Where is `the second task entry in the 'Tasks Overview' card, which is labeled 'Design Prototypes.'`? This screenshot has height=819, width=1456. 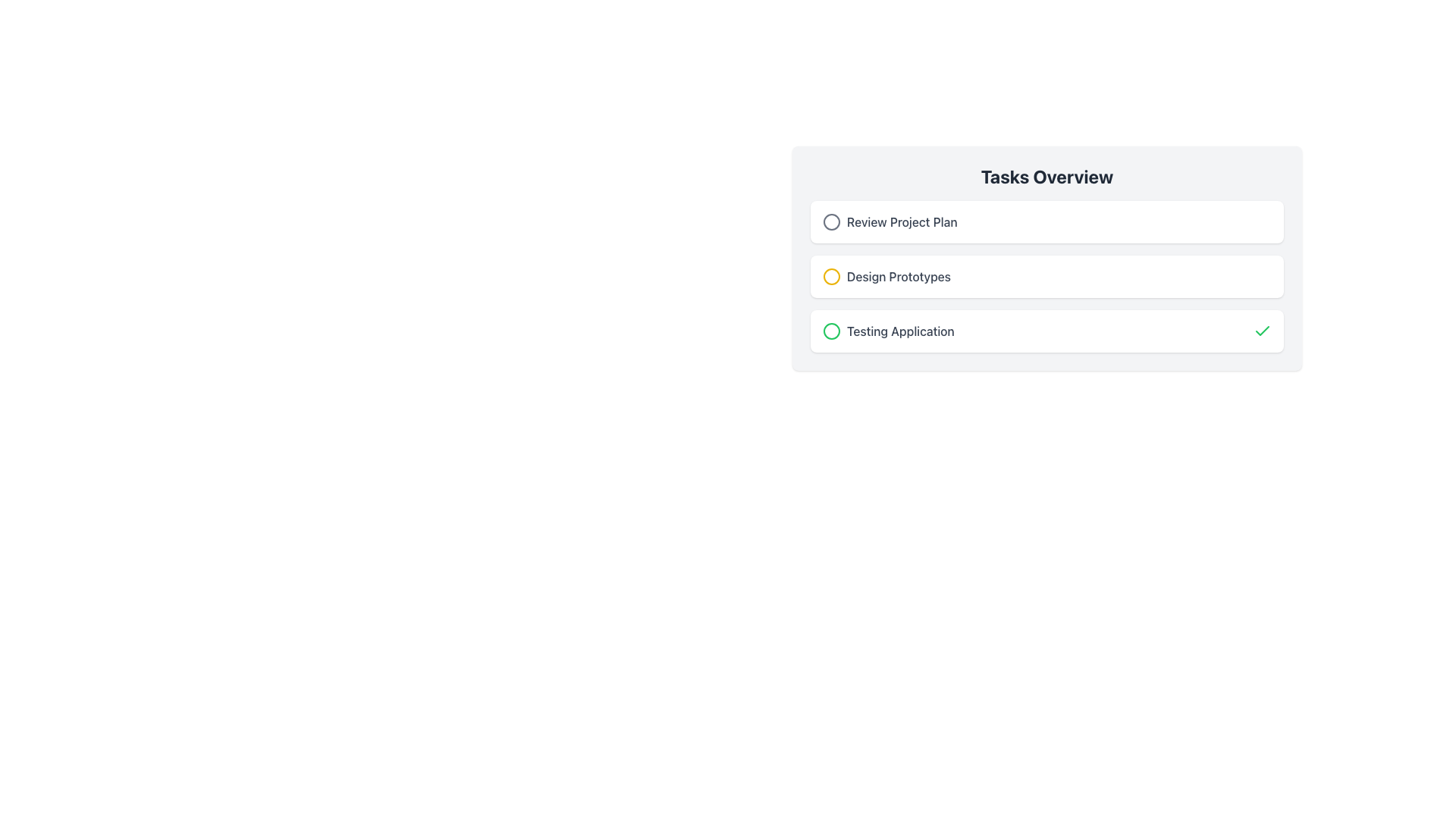
the second task entry in the 'Tasks Overview' card, which is labeled 'Design Prototypes.' is located at coordinates (1046, 277).